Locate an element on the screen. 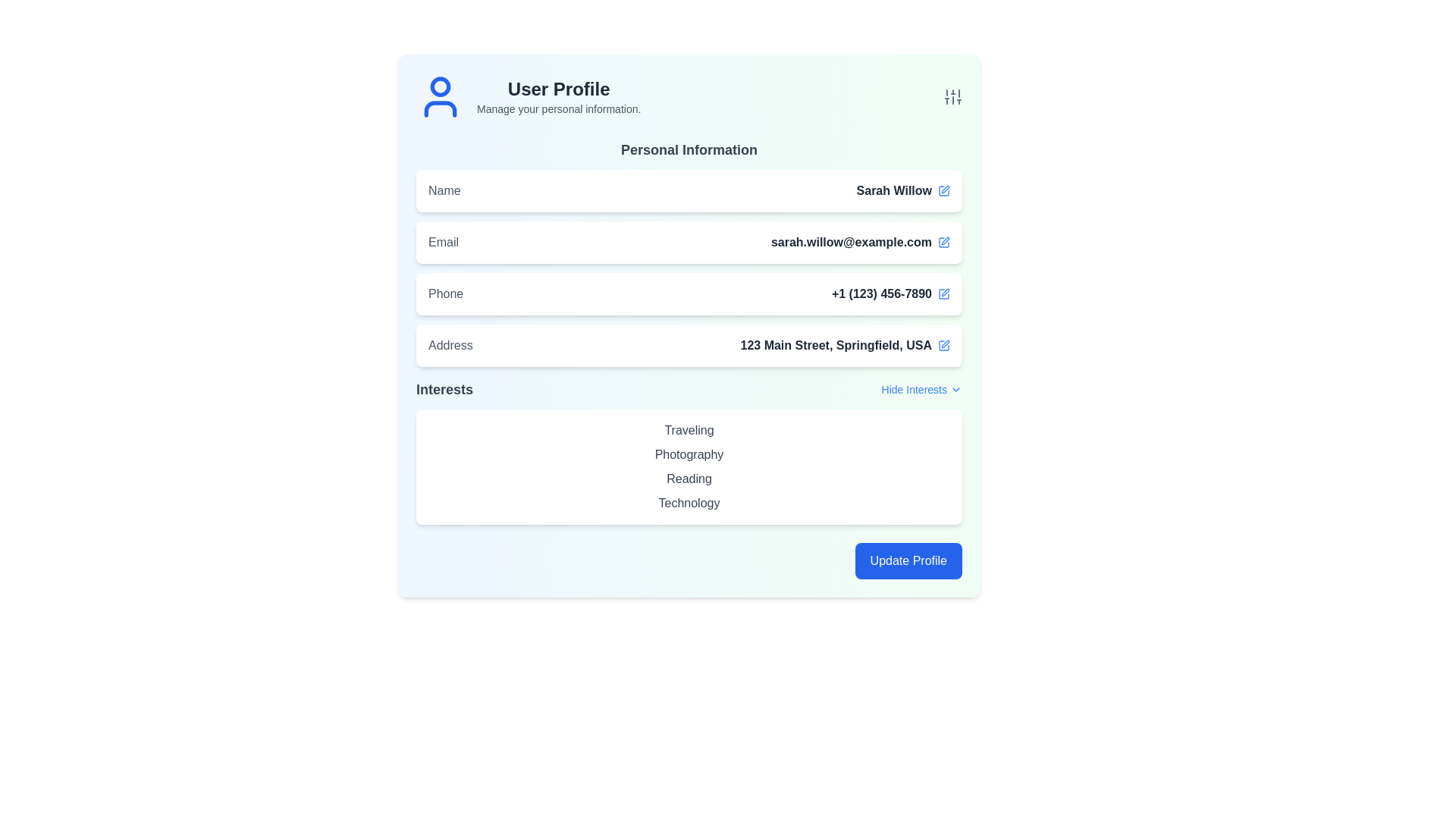 The height and width of the screenshot is (819, 1456). the edit icon associated with the 'Address' field in the user profile interface to initiate editing is located at coordinates (945, 344).